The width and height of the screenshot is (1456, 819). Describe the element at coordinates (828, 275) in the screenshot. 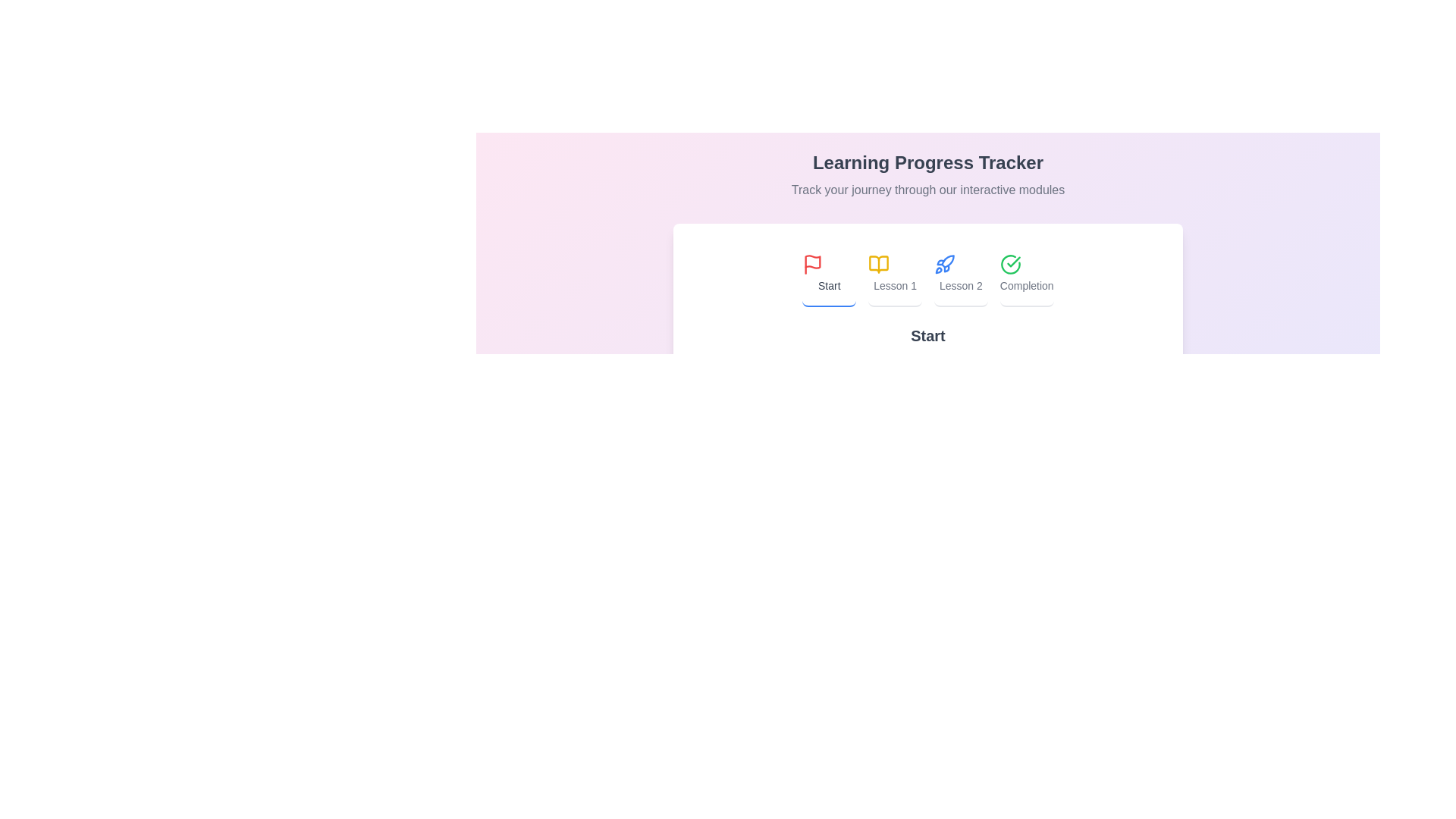

I see `the tab labeled Start by clicking on its button` at that location.